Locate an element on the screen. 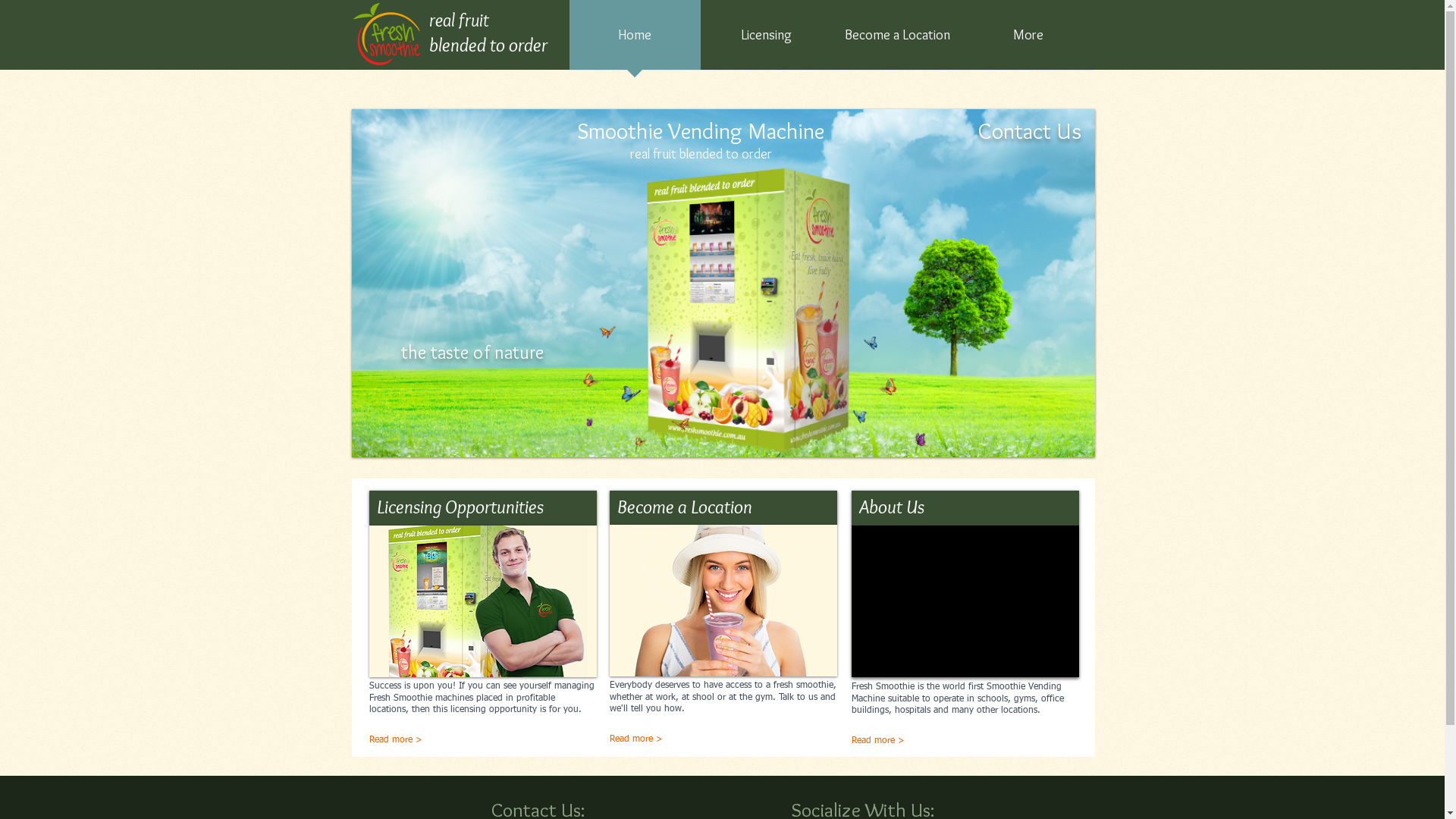 The width and height of the screenshot is (1456, 819). 'Licensing' is located at coordinates (766, 39).